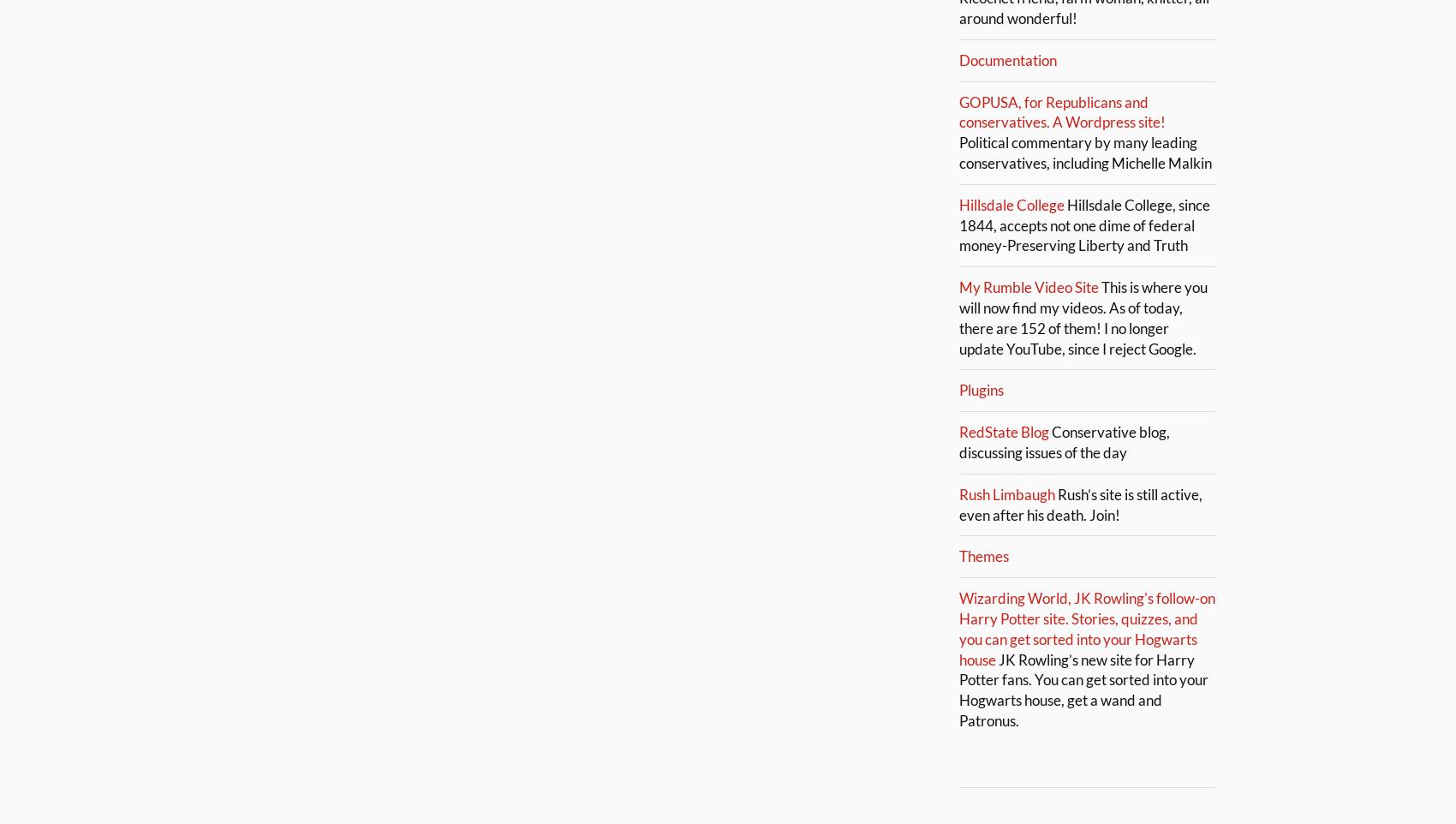  I want to click on 'Hillsdale College, since 1844, accepts not one dime of federal money-Preserving Liberty and Truth', so click(1083, 224).